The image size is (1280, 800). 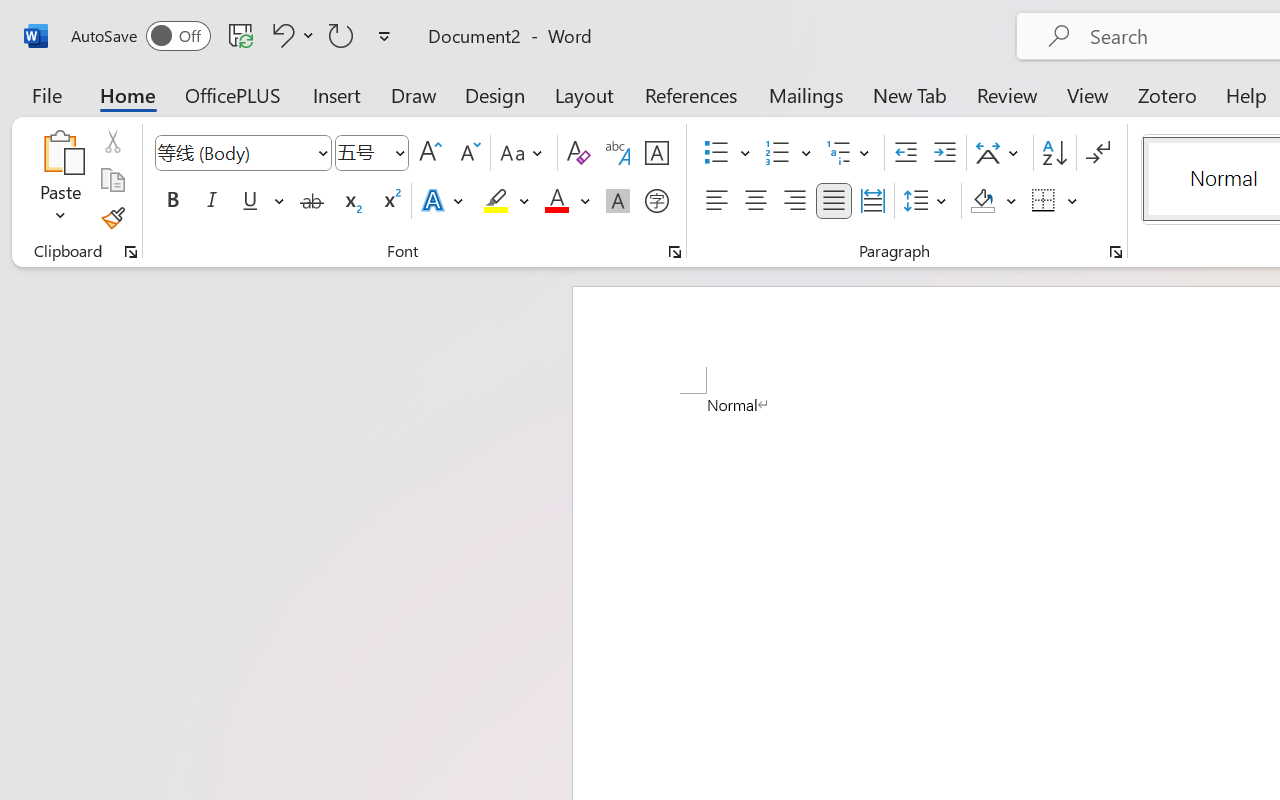 I want to click on 'OfficePLUS', so click(x=233, y=94).